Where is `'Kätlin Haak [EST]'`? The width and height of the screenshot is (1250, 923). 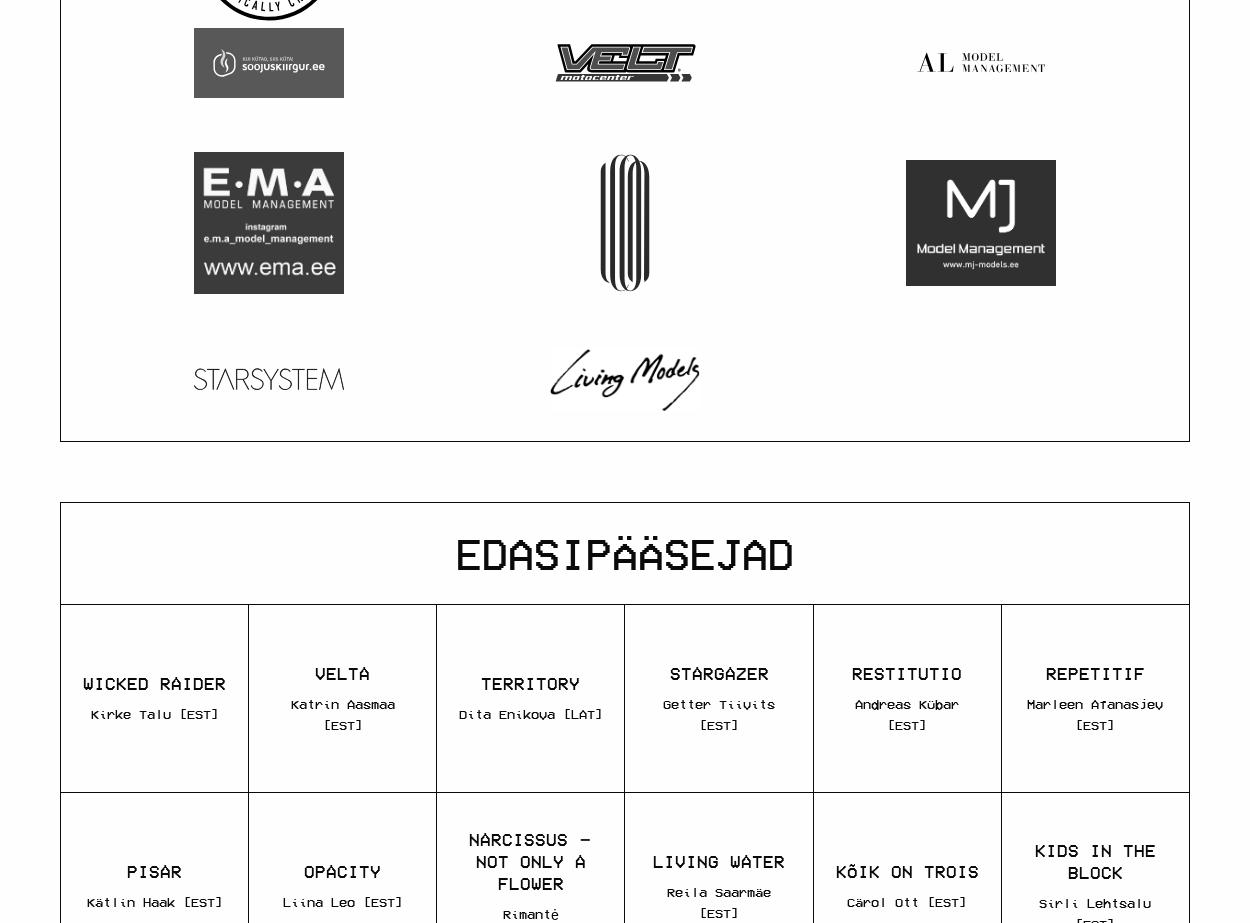 'Kätlin Haak [EST]' is located at coordinates (154, 900).